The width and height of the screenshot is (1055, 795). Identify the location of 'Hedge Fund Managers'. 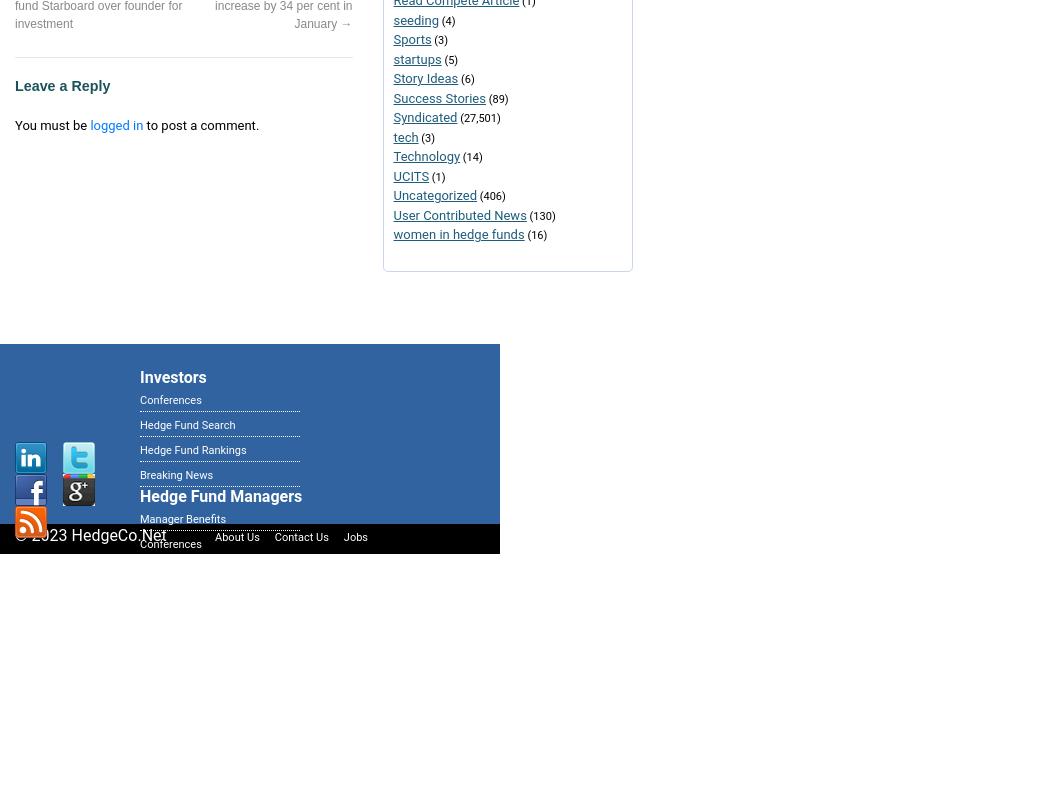
(220, 496).